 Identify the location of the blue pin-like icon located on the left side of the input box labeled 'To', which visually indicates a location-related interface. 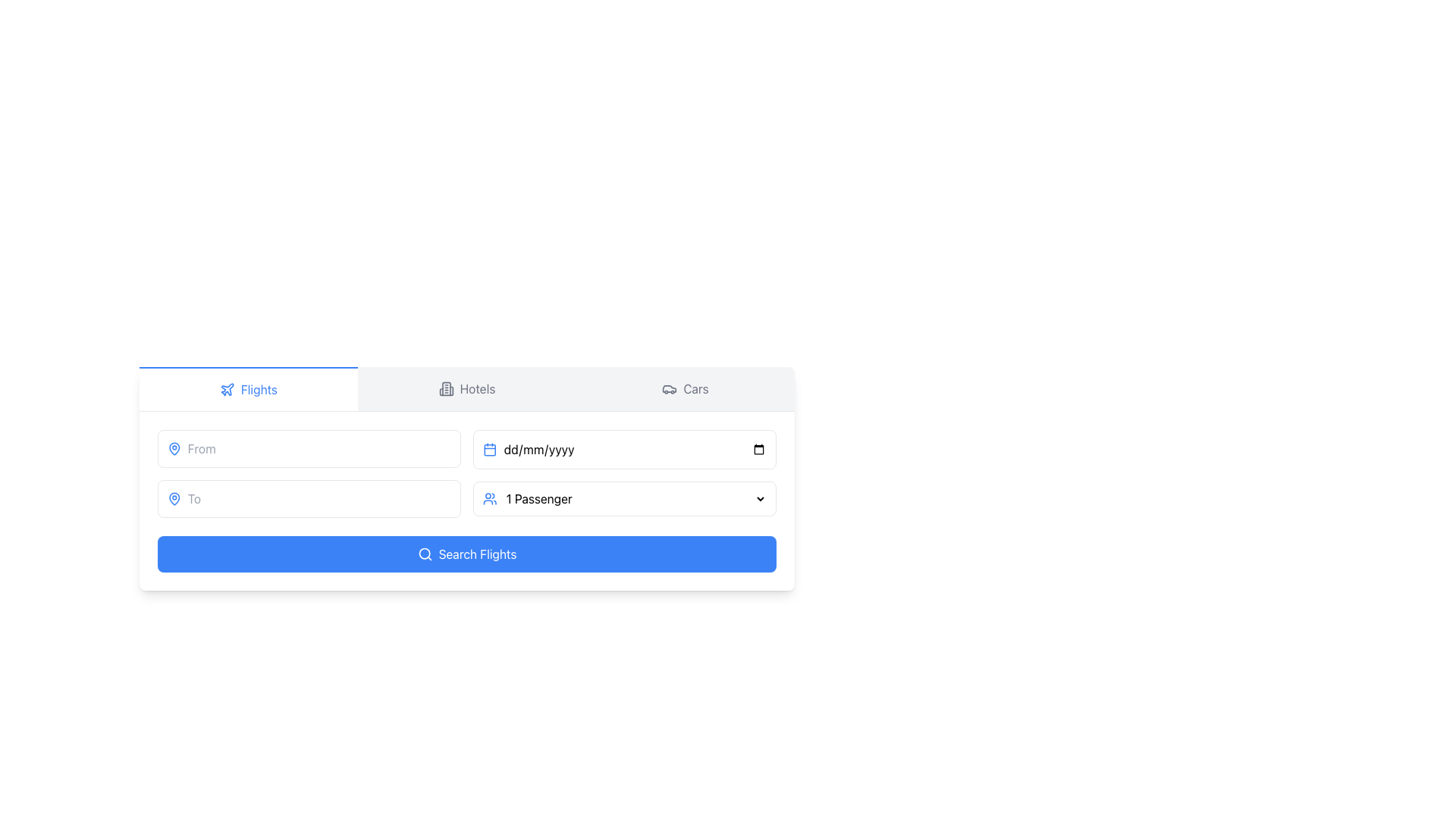
(174, 447).